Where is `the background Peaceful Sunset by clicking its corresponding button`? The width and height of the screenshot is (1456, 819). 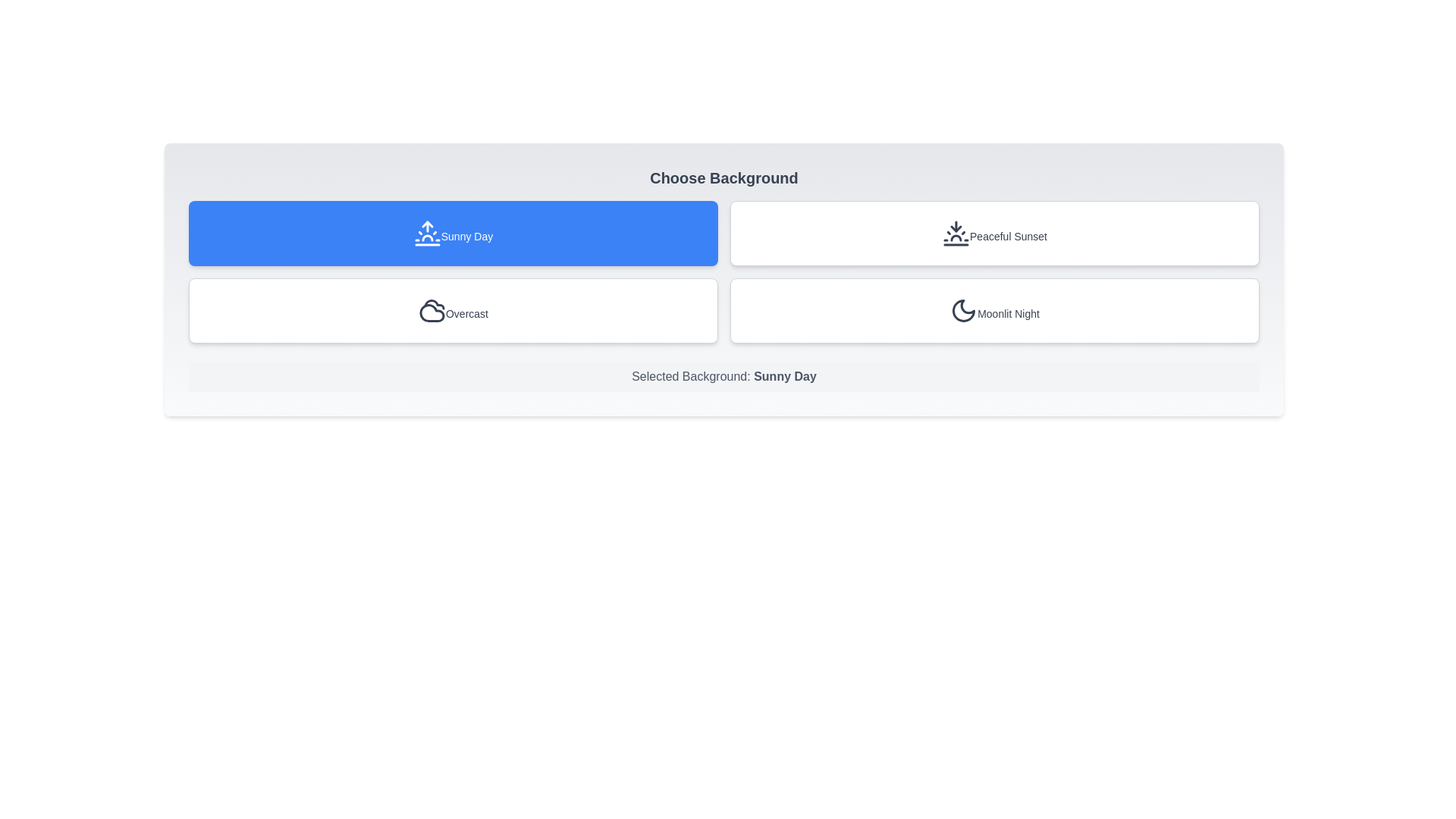 the background Peaceful Sunset by clicking its corresponding button is located at coordinates (994, 234).